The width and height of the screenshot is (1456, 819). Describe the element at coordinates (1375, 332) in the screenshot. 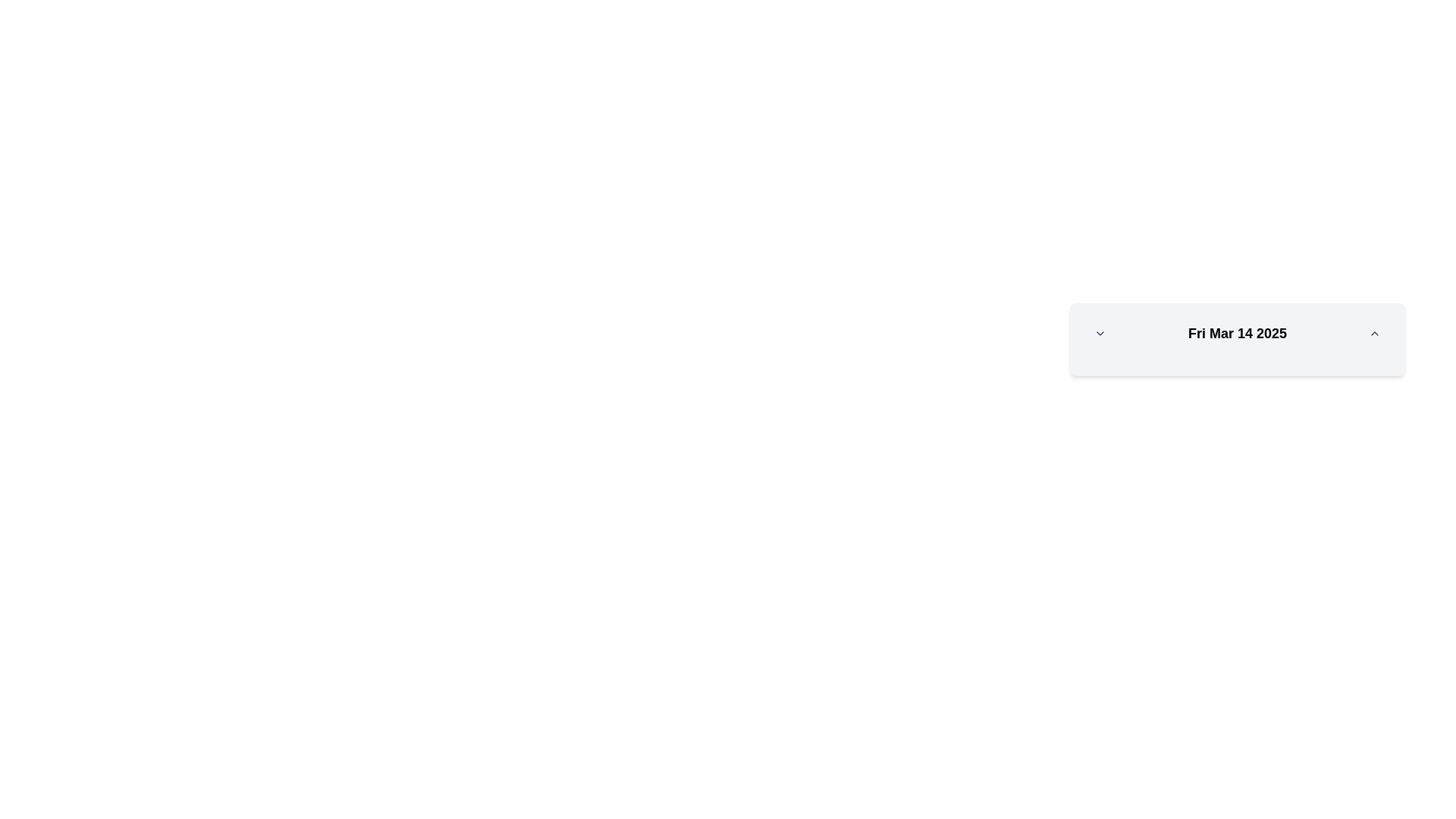

I see `the upward-pointing chevron icon located to the far right of the date display ('Fri Mar 14 2025')` at that location.